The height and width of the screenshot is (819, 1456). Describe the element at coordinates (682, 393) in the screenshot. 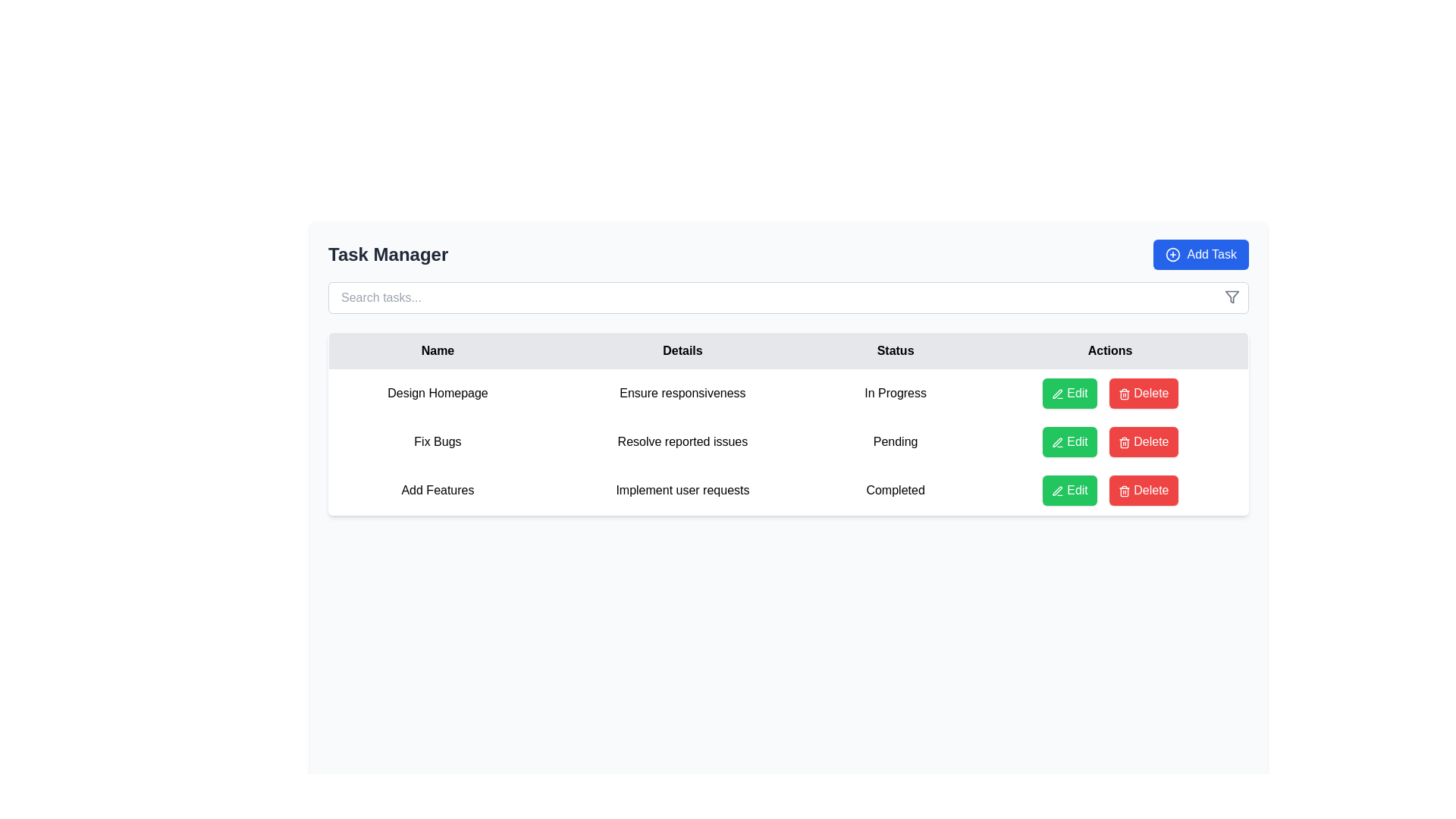

I see `the table cell displaying the phrase 'Ensure responsiveness', which is the second column in the 'Details' category of the first row in the table, positioned between 'Design Homepage' and 'In Progress'` at that location.